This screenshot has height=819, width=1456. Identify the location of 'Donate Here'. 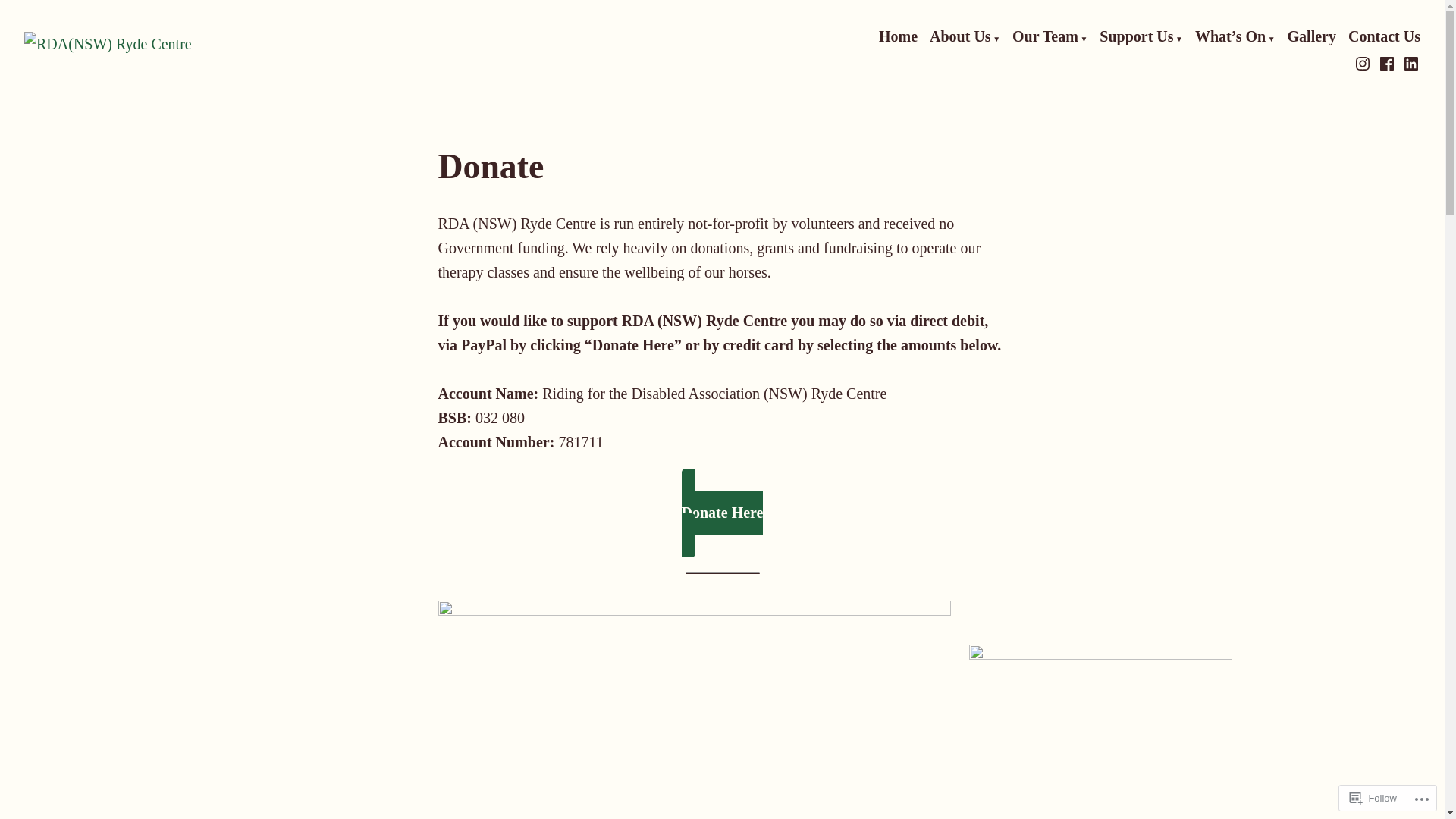
(722, 512).